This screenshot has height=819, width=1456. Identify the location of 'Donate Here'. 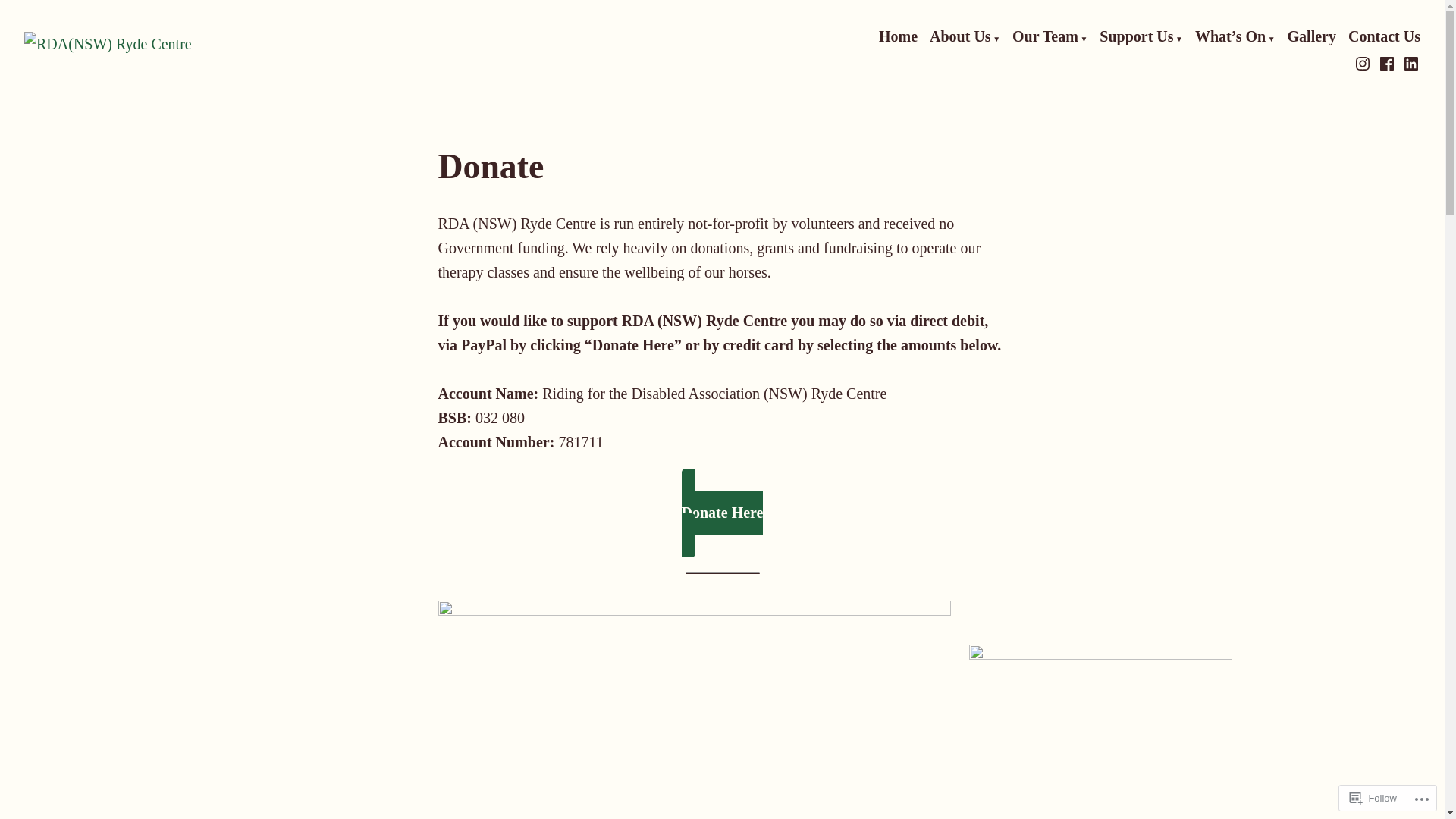
(722, 512).